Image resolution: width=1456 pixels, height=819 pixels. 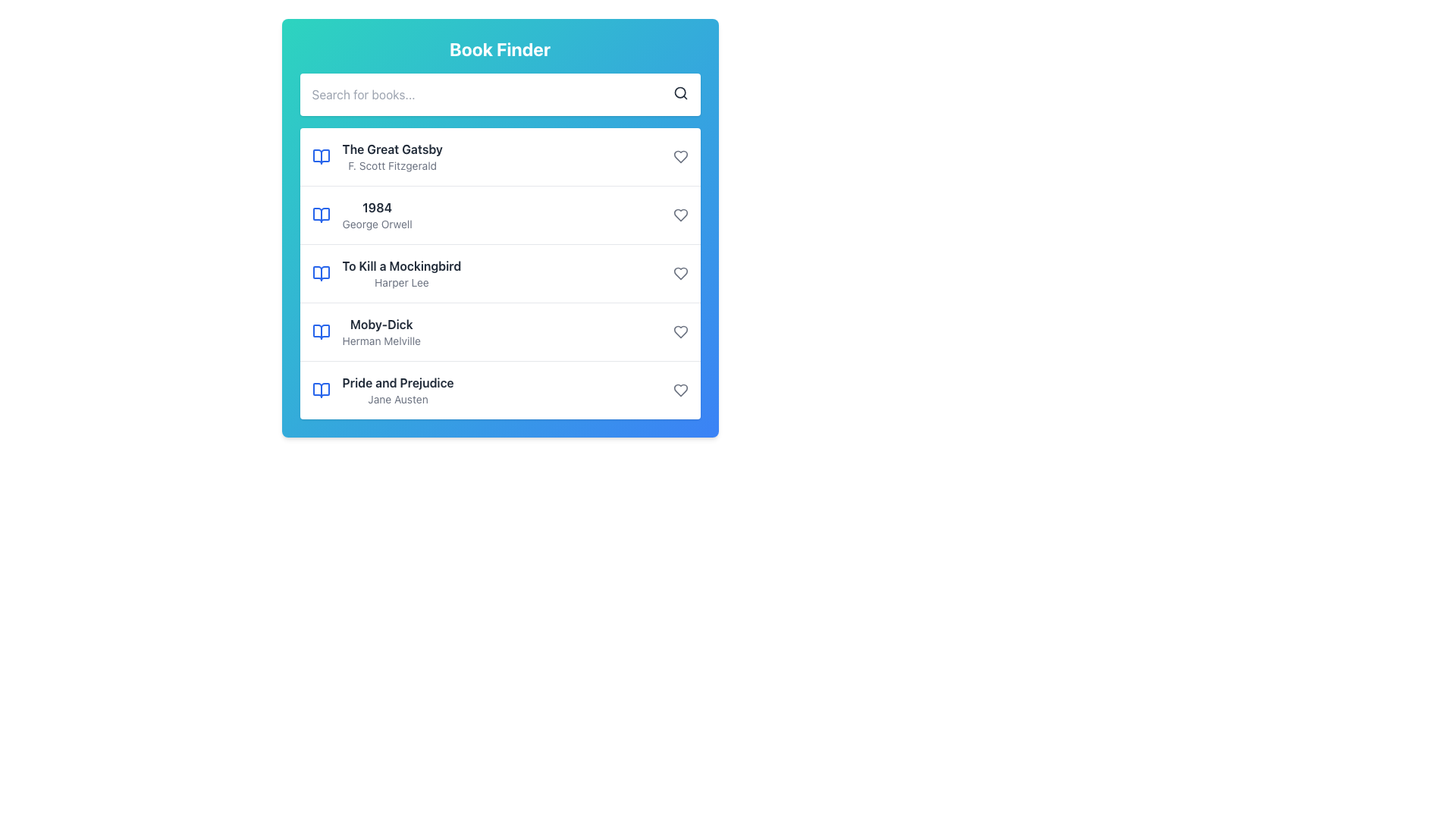 What do you see at coordinates (320, 274) in the screenshot?
I see `the open book icon element styled with blue outlines, located to the left of the list item for 'To Kill a Mockingbird' in the card layout` at bounding box center [320, 274].